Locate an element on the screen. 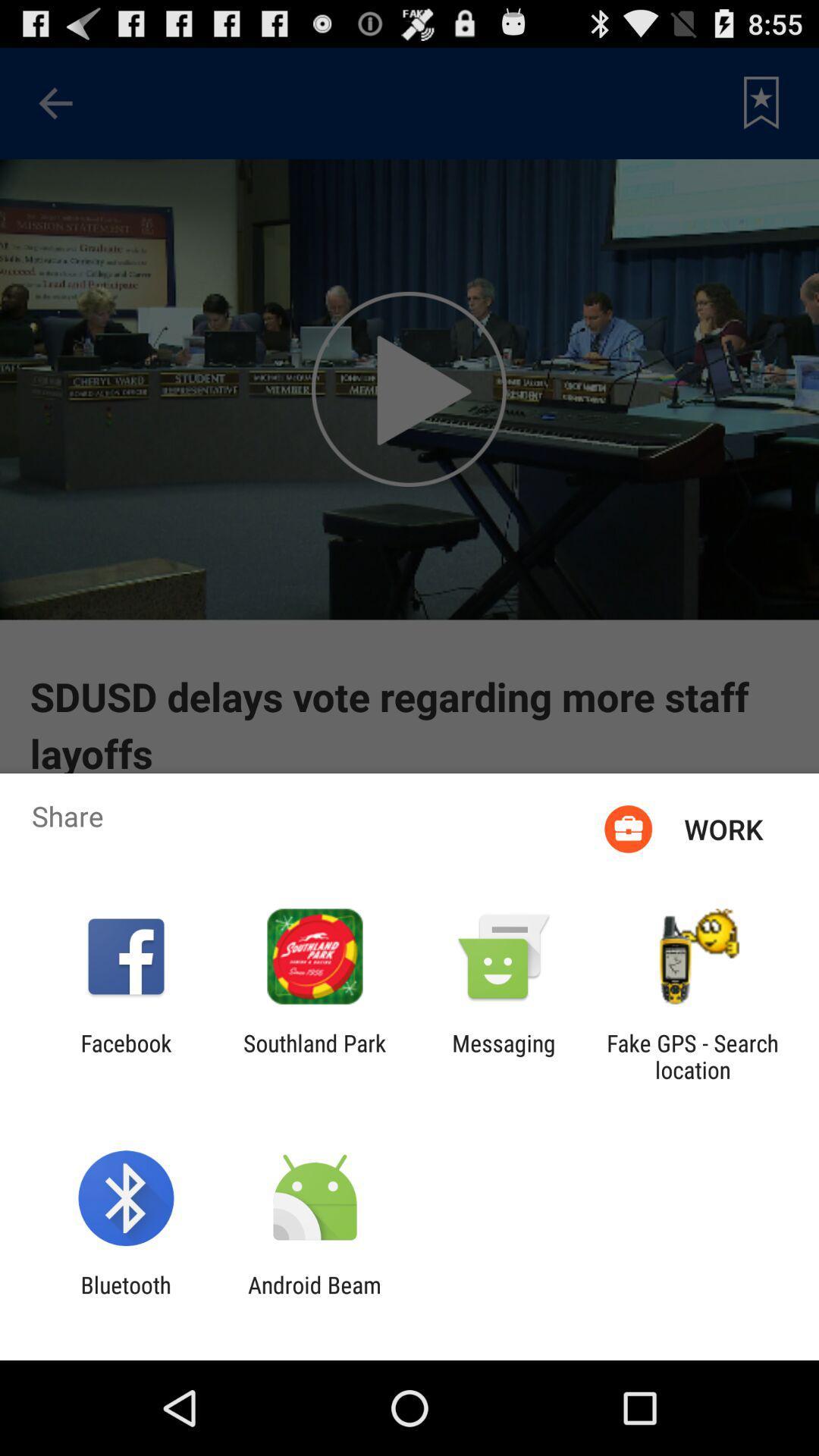 The width and height of the screenshot is (819, 1456). the icon to the right of the bluetooth icon is located at coordinates (314, 1298).